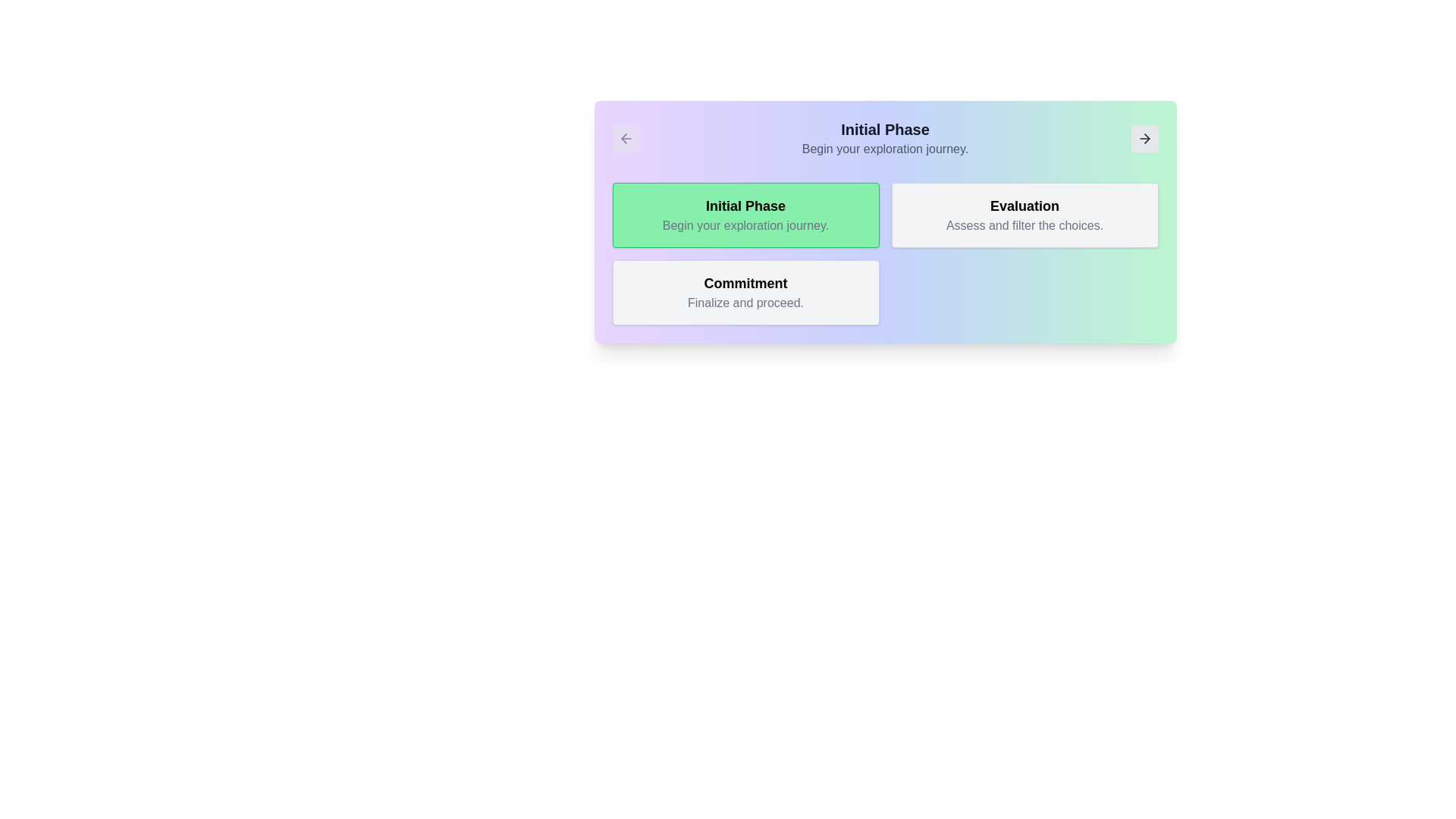  What do you see at coordinates (885, 149) in the screenshot?
I see `the informational text element providing details about the 'Initial Phase', located directly below the 'Initial Phase' heading` at bounding box center [885, 149].